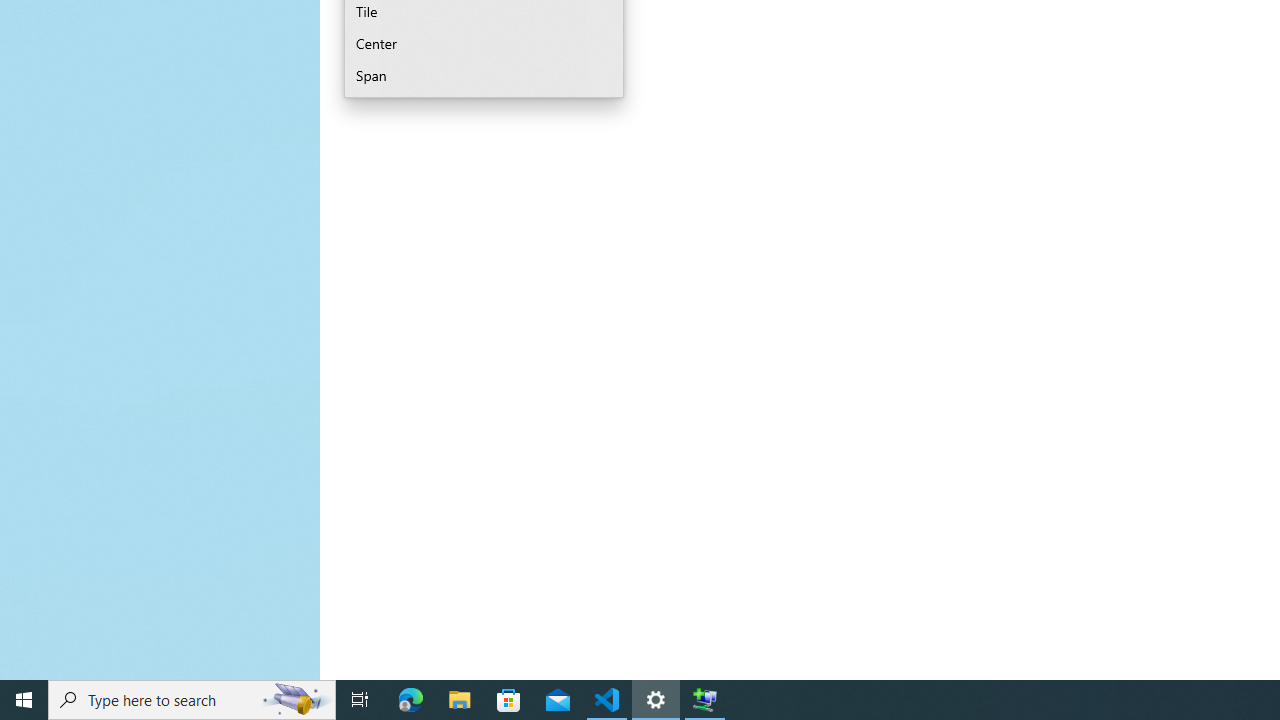 The width and height of the screenshot is (1280, 720). I want to click on 'File Explorer', so click(459, 698).